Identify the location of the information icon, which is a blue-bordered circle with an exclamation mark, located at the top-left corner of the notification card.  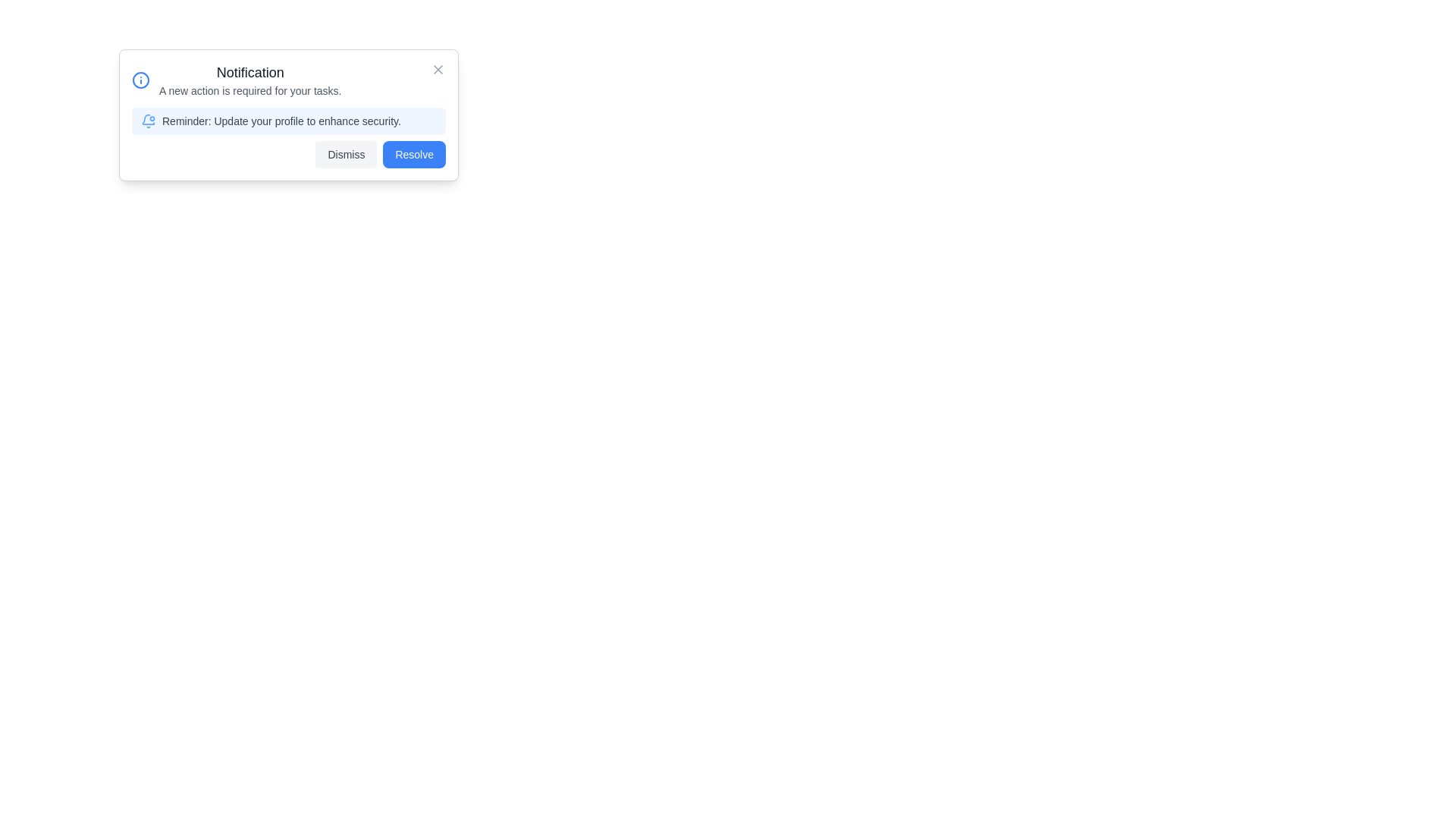
(141, 80).